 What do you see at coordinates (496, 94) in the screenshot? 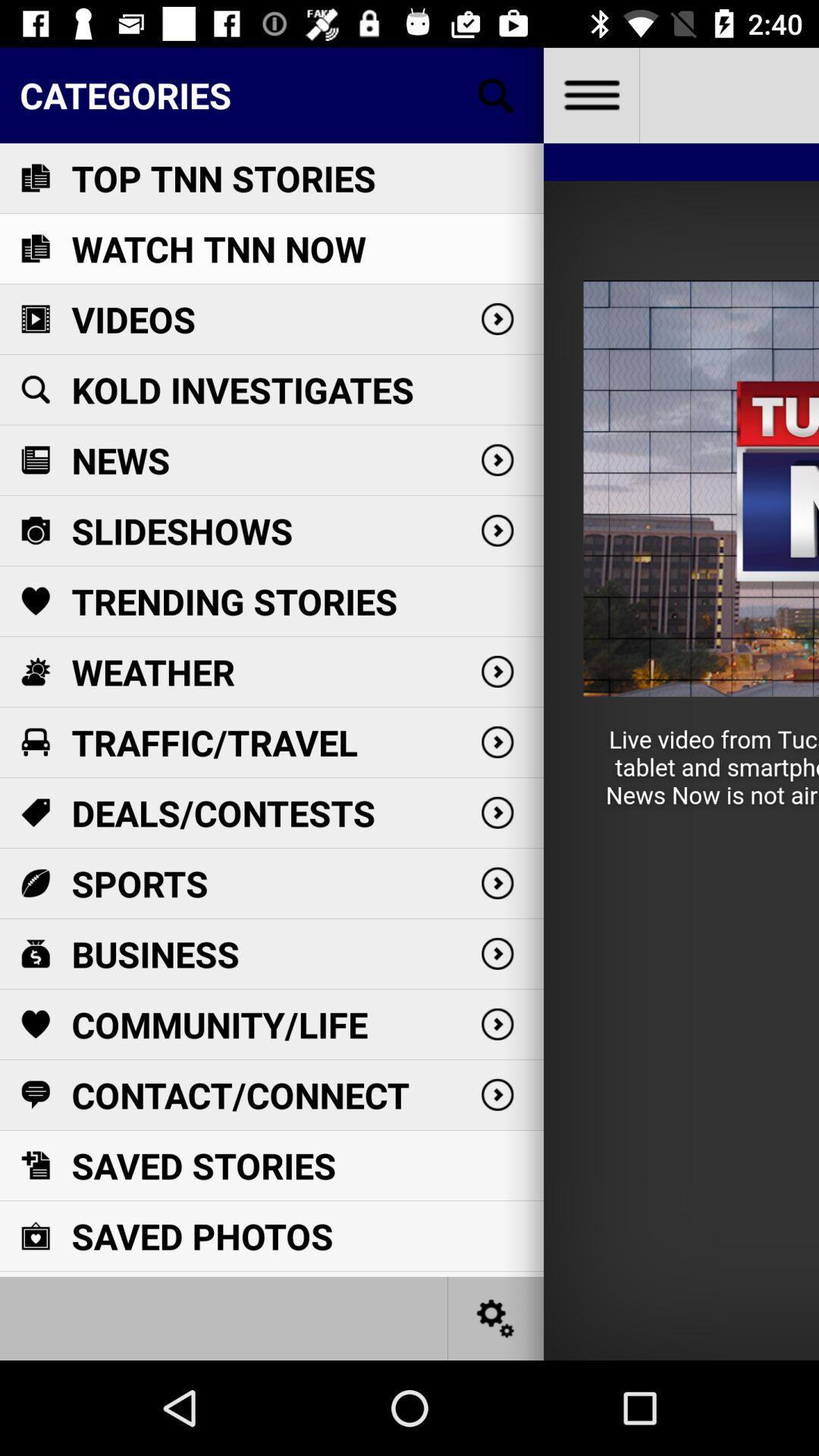
I see `the search icon` at bounding box center [496, 94].